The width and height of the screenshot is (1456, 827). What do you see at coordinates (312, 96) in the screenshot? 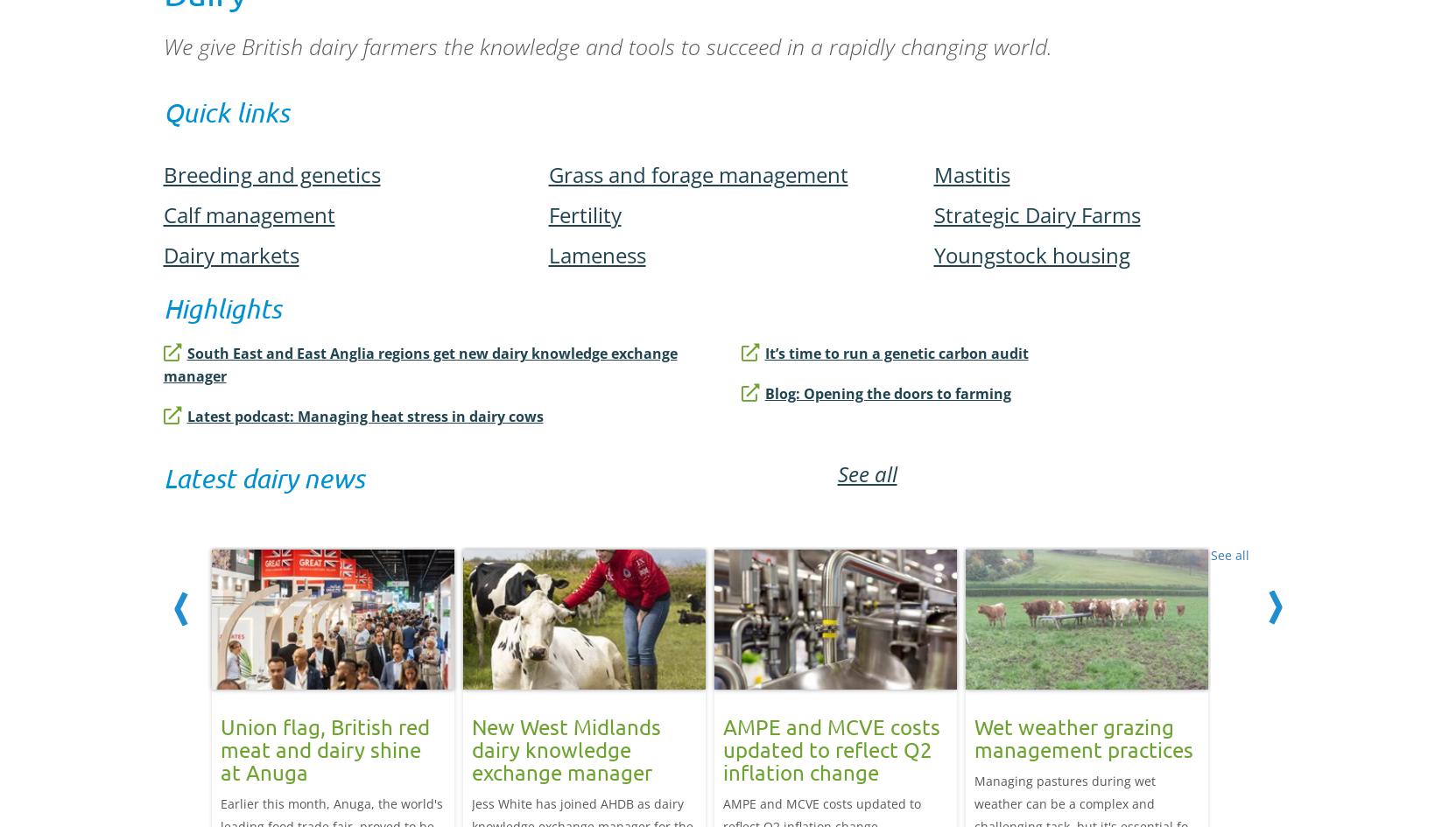
I see `'Follow us on social media:'` at bounding box center [312, 96].